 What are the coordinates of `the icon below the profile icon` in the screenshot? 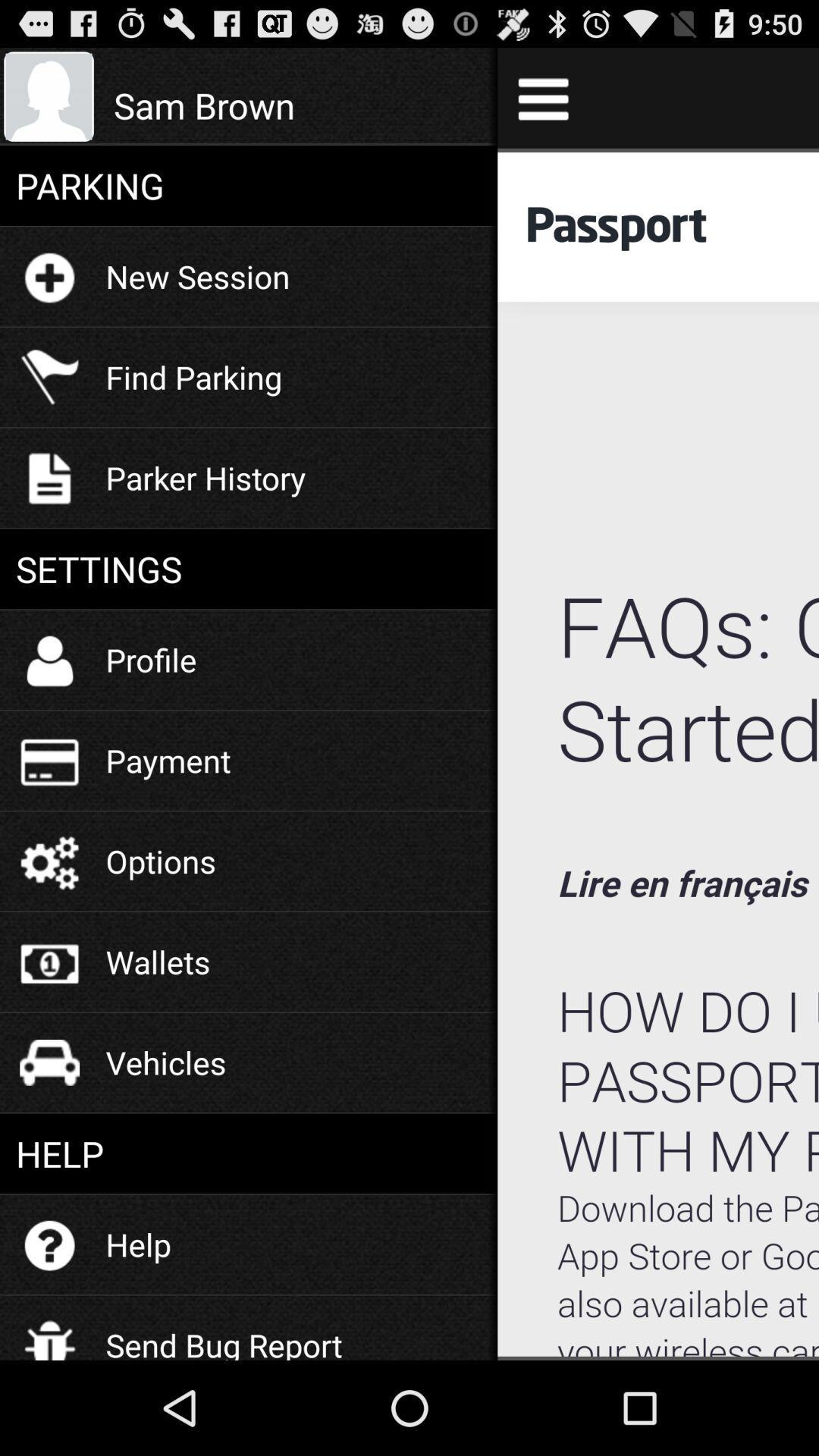 It's located at (168, 760).